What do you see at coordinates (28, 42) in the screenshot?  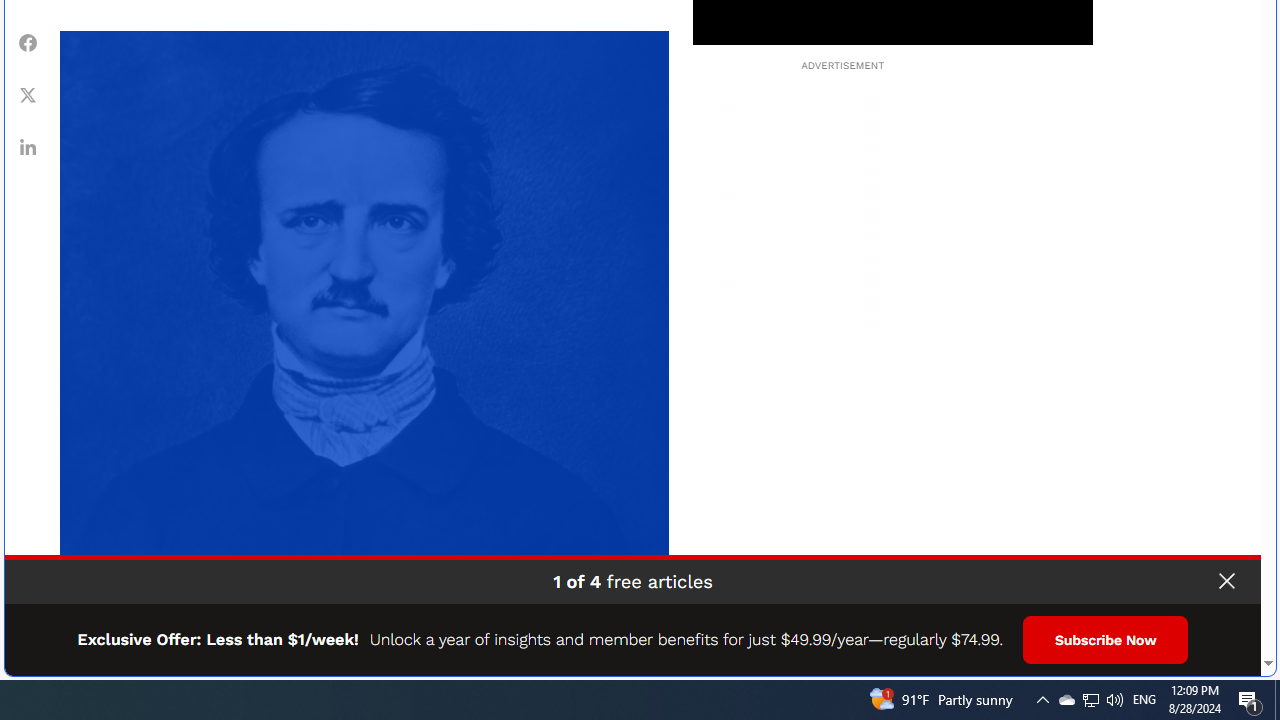 I see `'Class: fs-icon fs-icon--Facebook'` at bounding box center [28, 42].